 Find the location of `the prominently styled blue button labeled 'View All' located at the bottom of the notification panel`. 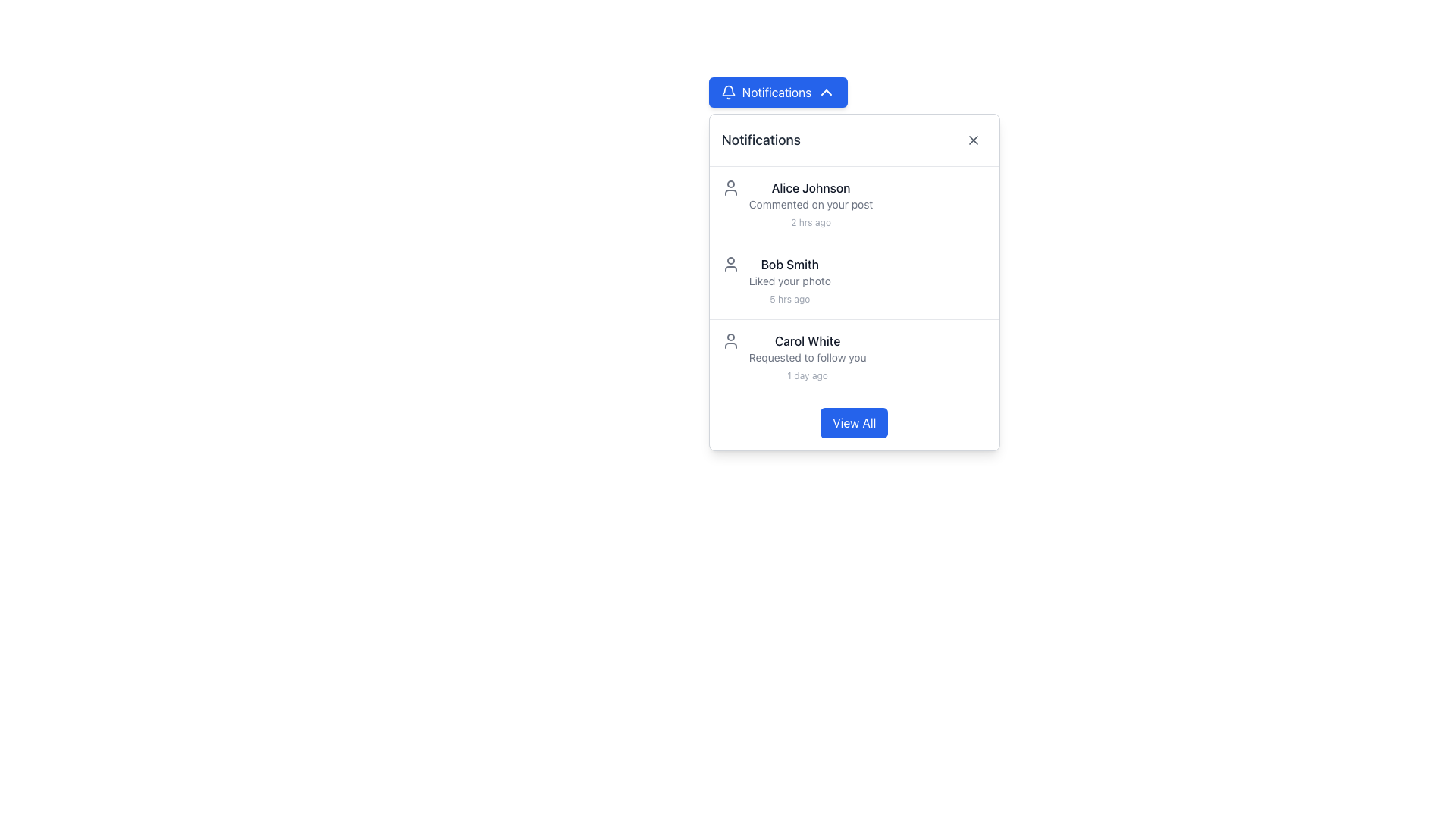

the prominently styled blue button labeled 'View All' located at the bottom of the notification panel is located at coordinates (854, 423).